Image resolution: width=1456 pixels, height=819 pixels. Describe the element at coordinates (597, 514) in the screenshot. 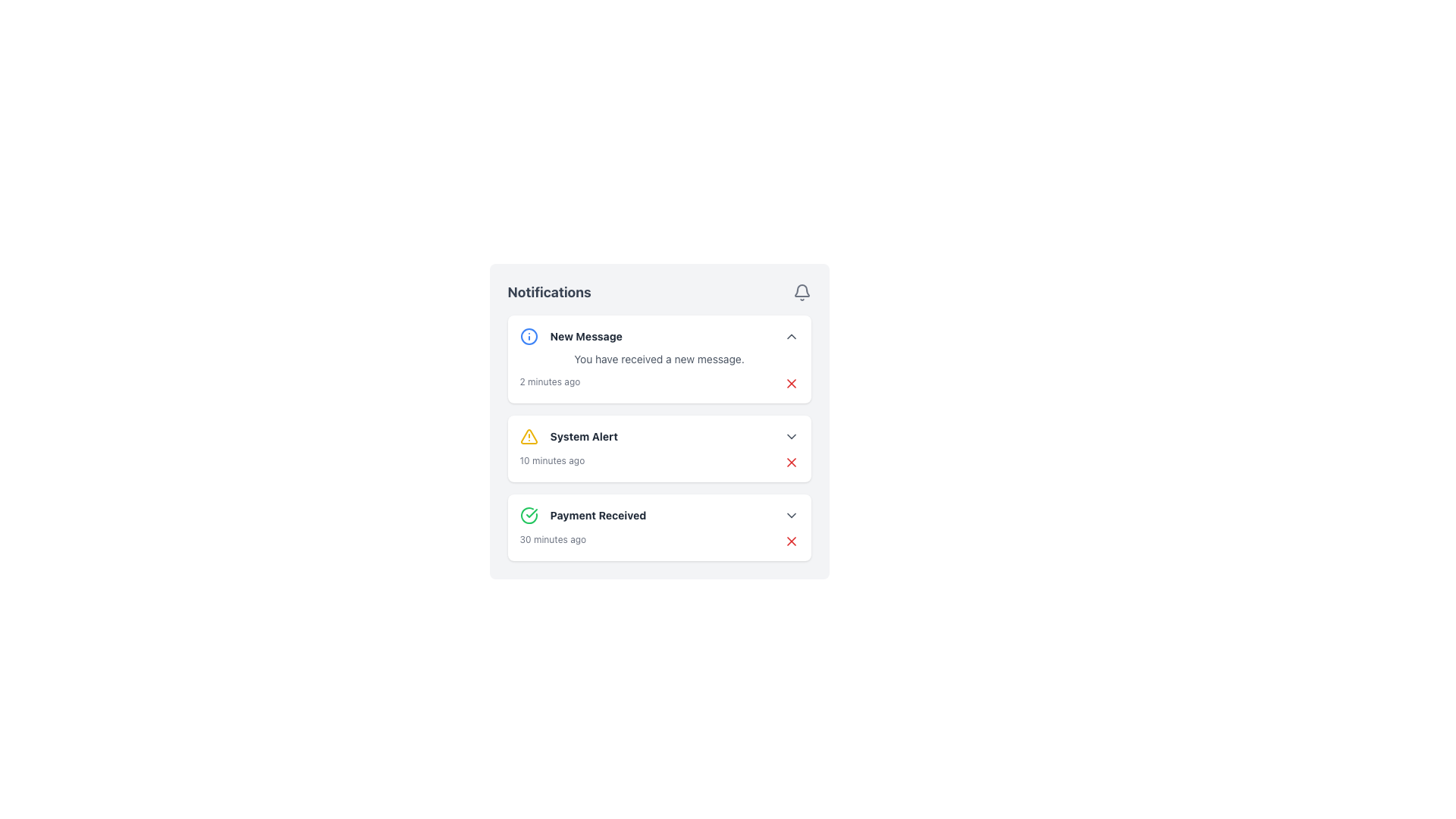

I see `text from the 'Payment Received' notification label, which is styled in bold gray font and located in the bottom notification card of the notifications panel` at that location.